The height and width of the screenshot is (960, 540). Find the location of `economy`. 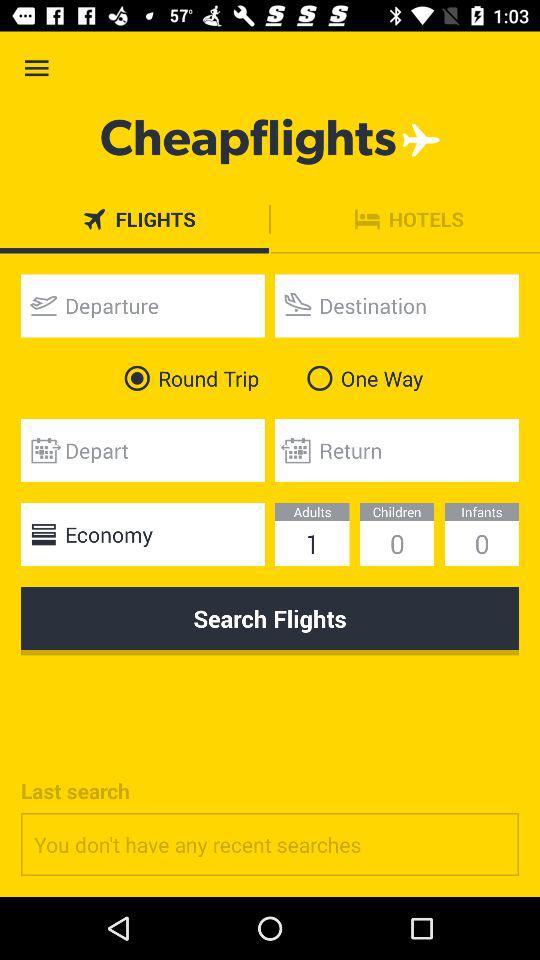

economy is located at coordinates (141, 533).